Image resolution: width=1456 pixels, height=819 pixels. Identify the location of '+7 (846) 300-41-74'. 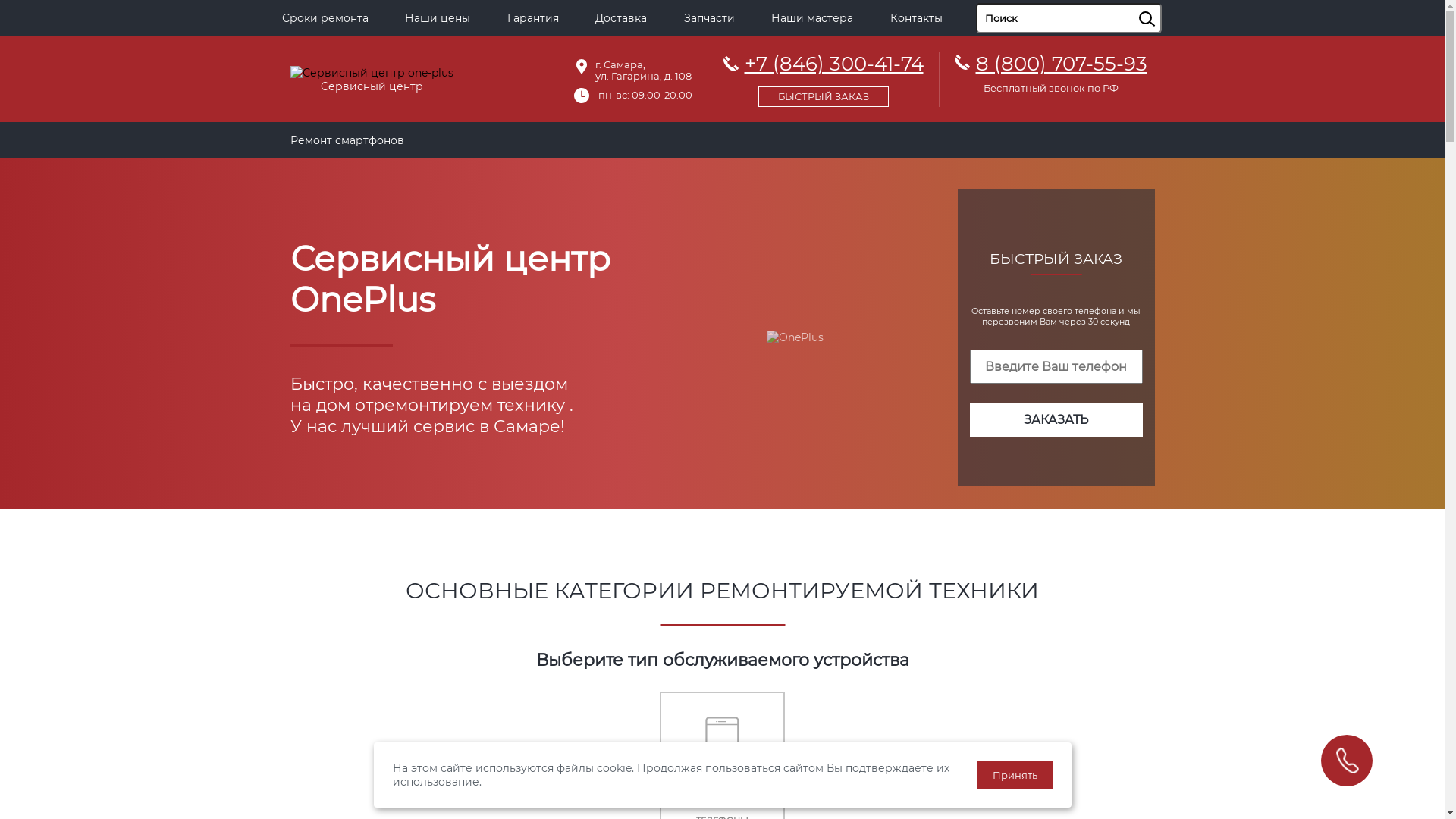
(822, 77).